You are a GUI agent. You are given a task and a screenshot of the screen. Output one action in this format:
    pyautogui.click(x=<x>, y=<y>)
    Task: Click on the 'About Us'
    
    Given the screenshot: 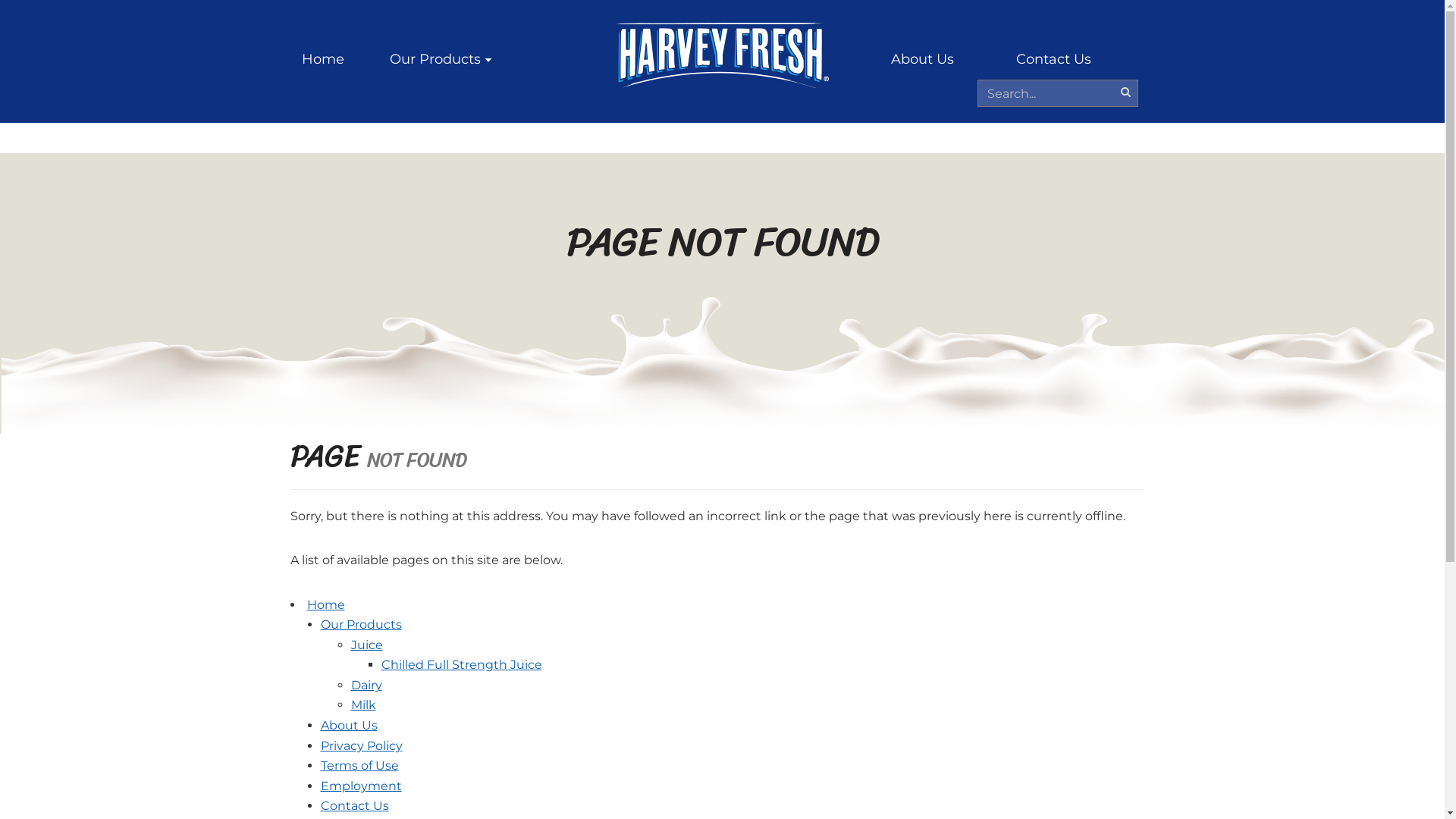 What is the action you would take?
    pyautogui.click(x=921, y=58)
    